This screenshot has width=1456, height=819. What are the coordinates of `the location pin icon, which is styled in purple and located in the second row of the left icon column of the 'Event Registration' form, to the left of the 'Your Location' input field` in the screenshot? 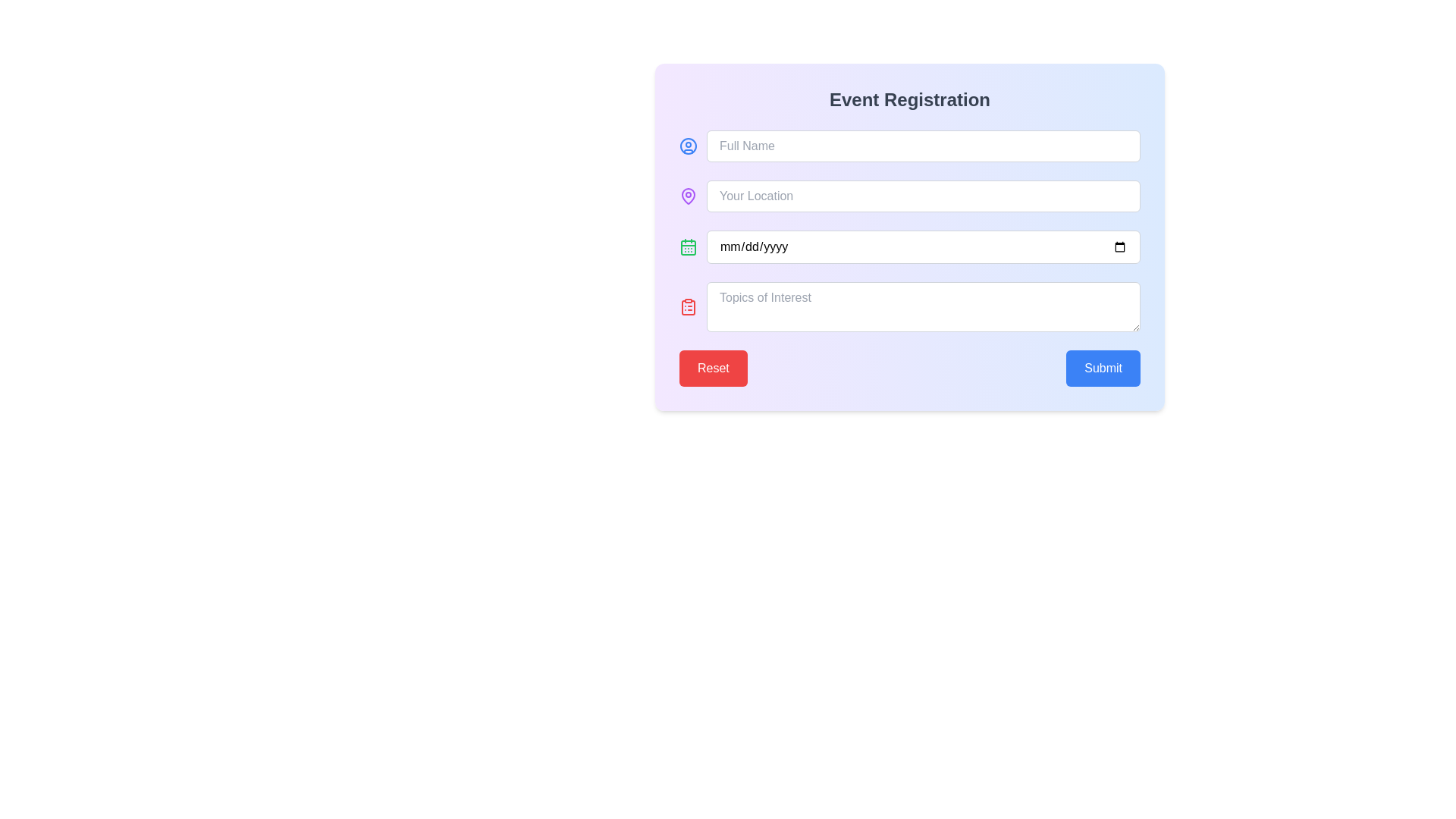 It's located at (687, 195).